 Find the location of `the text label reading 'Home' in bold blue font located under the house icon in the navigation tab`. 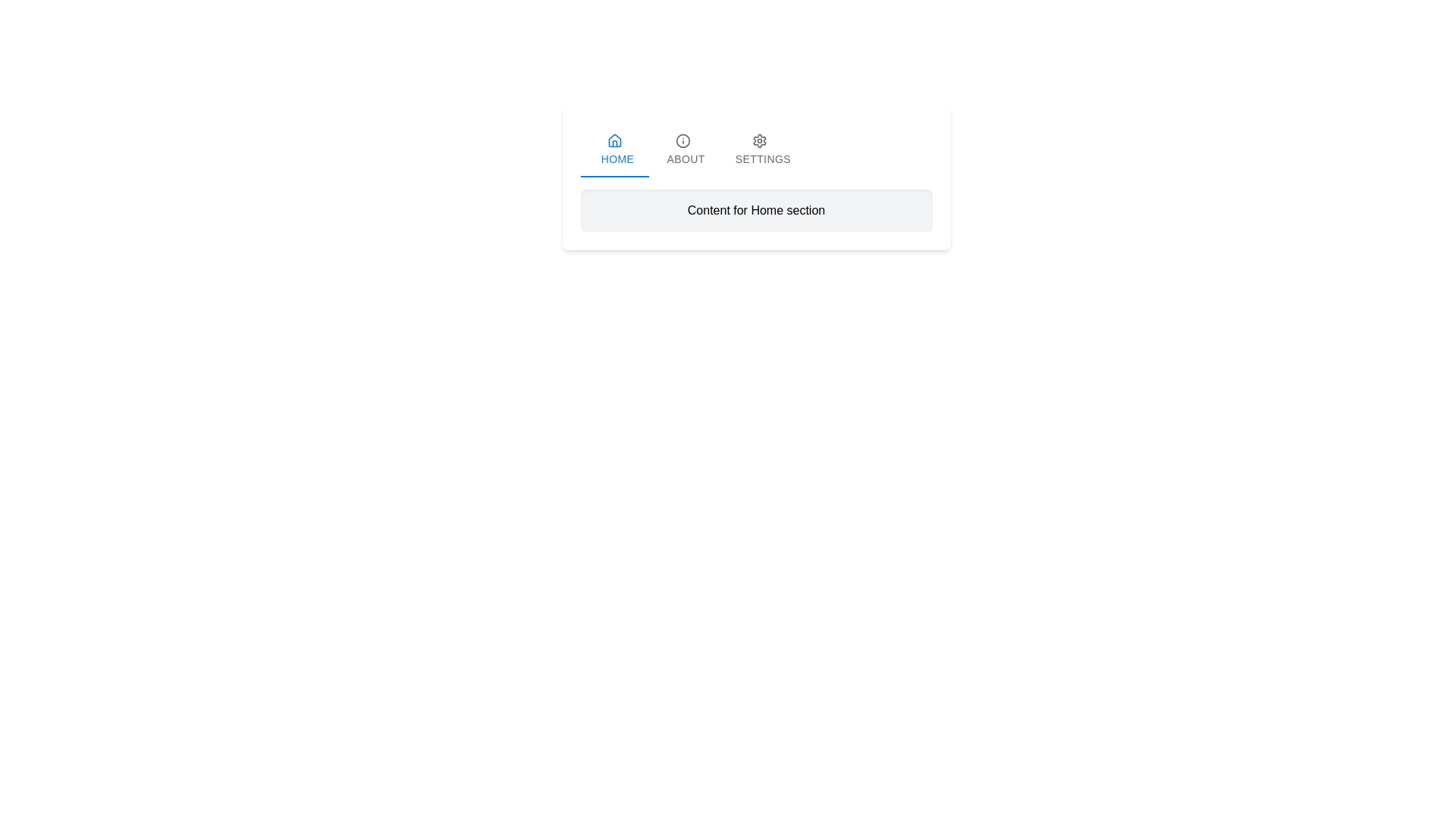

the text label reading 'Home' in bold blue font located under the house icon in the navigation tab is located at coordinates (617, 160).